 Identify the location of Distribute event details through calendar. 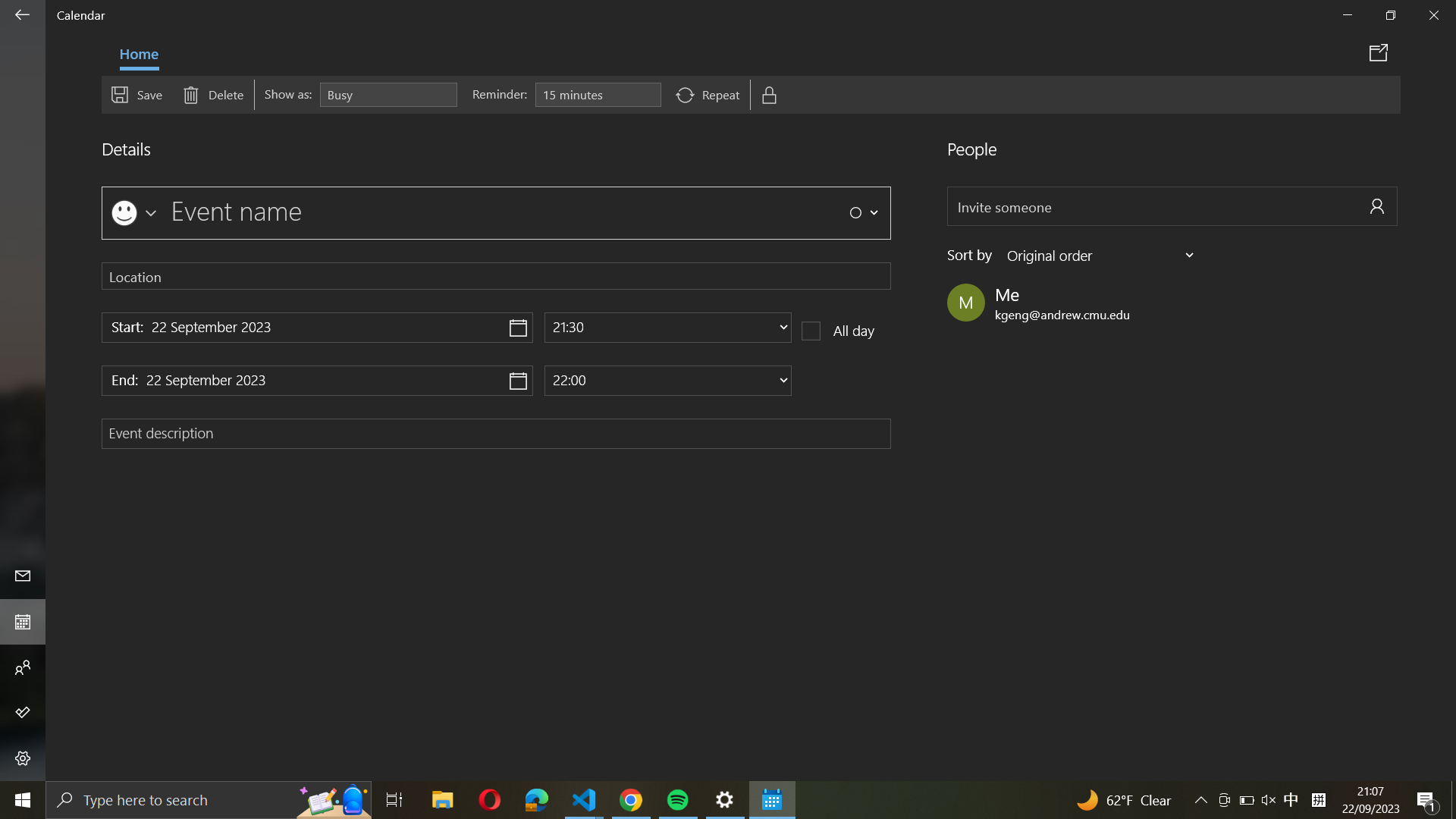
(1381, 52).